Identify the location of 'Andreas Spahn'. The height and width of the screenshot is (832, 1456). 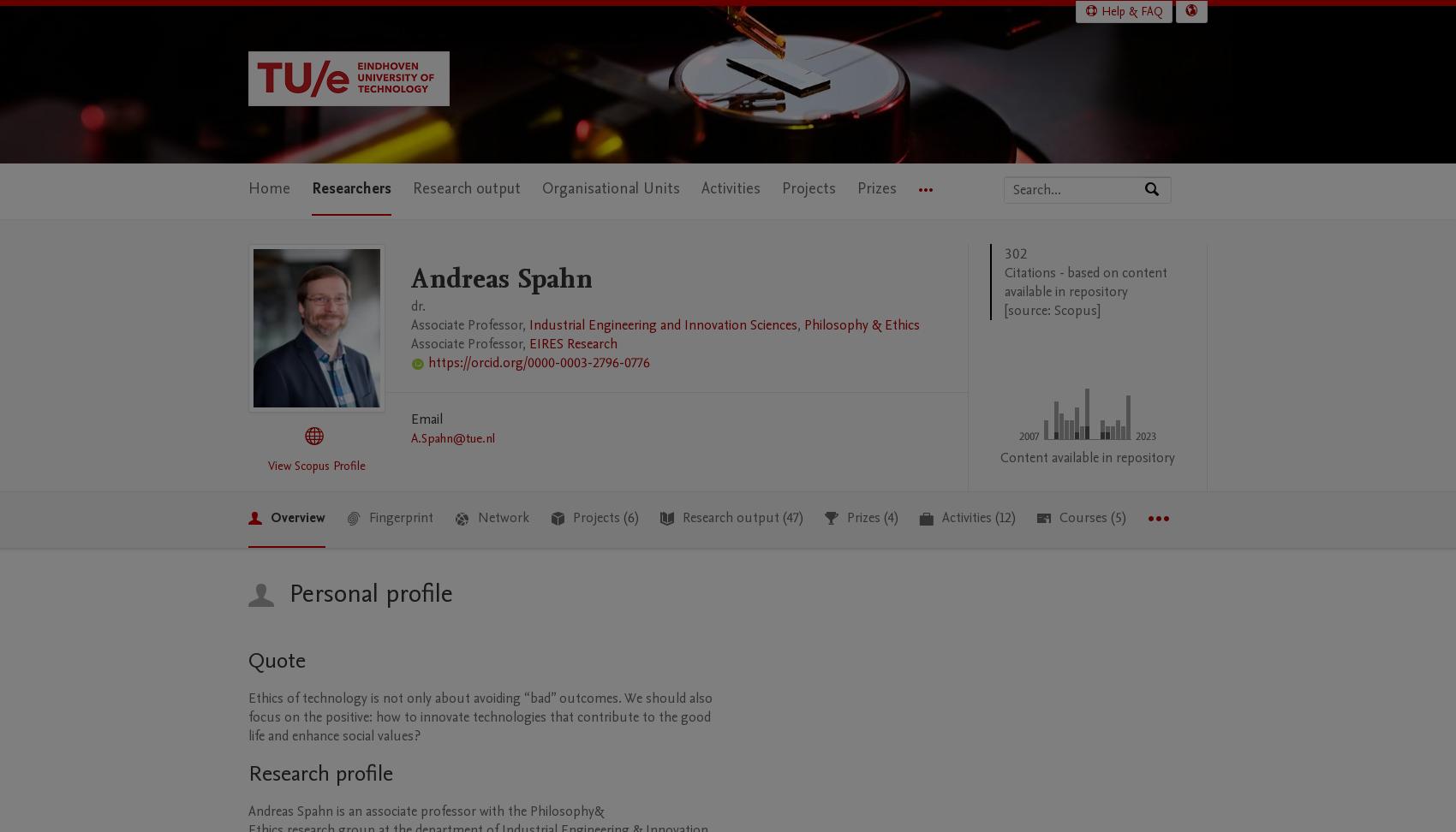
(500, 277).